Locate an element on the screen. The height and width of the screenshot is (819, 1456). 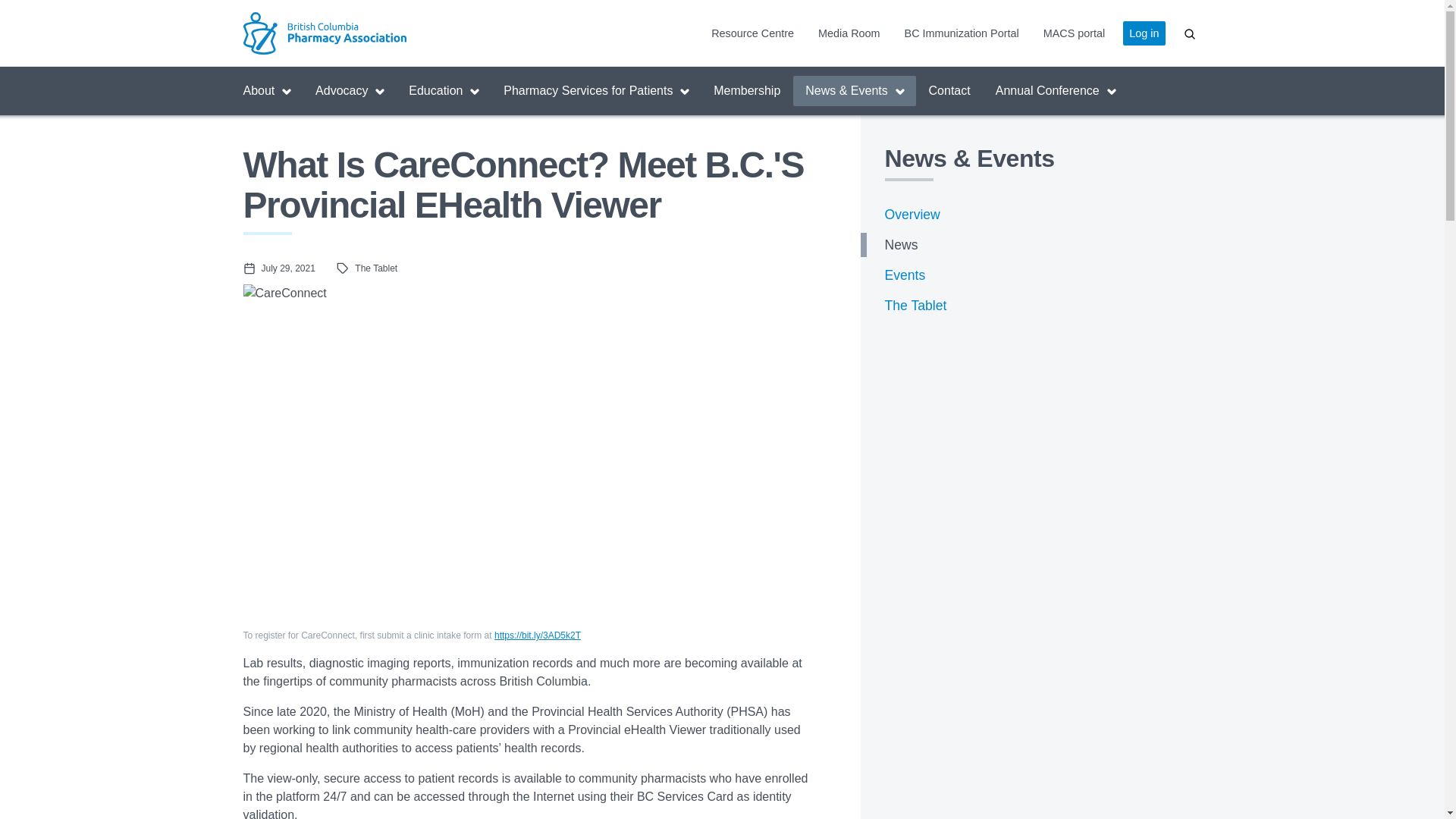
'BC Immunization Portal' is located at coordinates (961, 33).